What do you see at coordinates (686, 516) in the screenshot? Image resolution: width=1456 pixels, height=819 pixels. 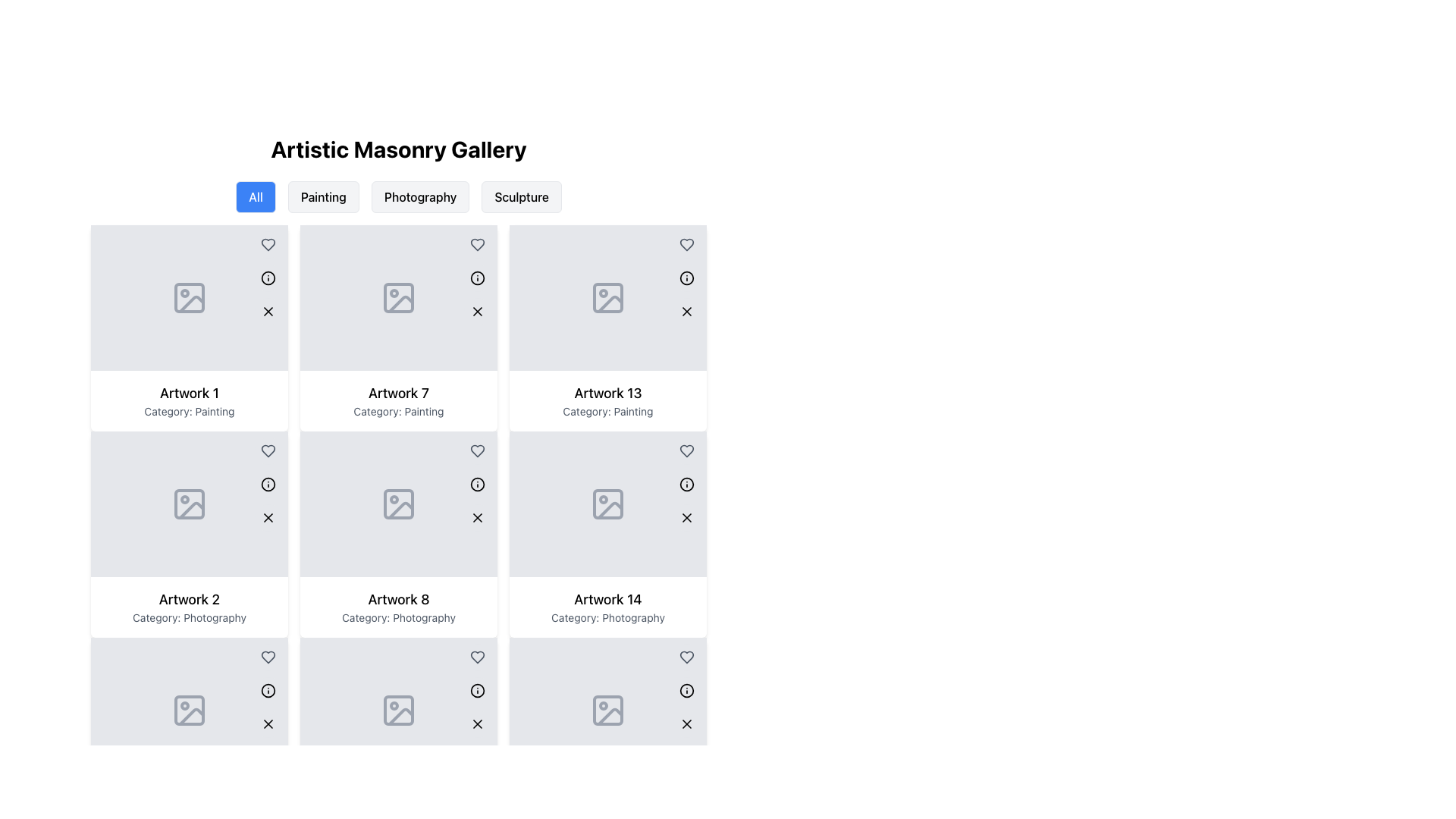 I see `the circular button with a gray background and an 'X' icon, positioned at the bottom of a vertical stack of similar buttons on the right side of the grid card labeled 'Artwork 13, Category: Painting'` at bounding box center [686, 516].